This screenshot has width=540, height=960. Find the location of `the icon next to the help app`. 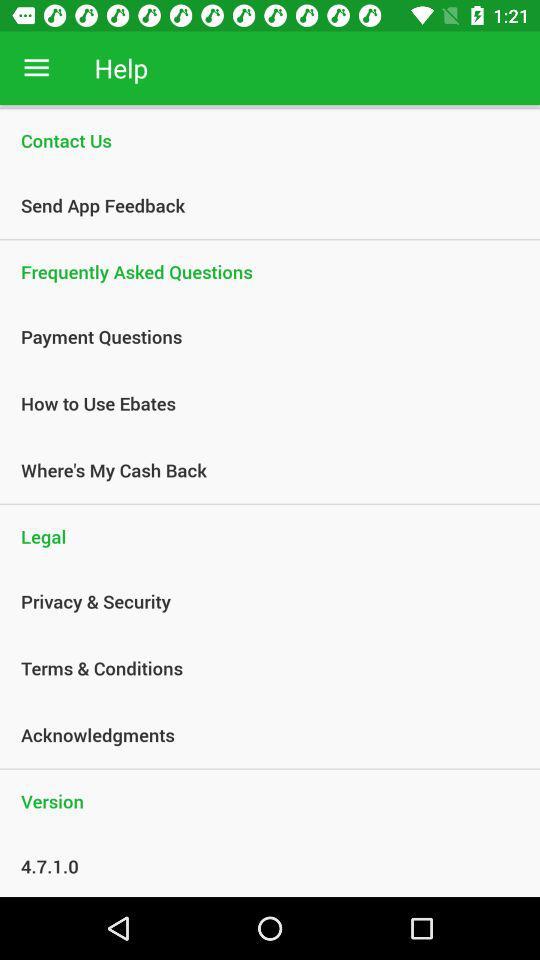

the icon next to the help app is located at coordinates (36, 68).